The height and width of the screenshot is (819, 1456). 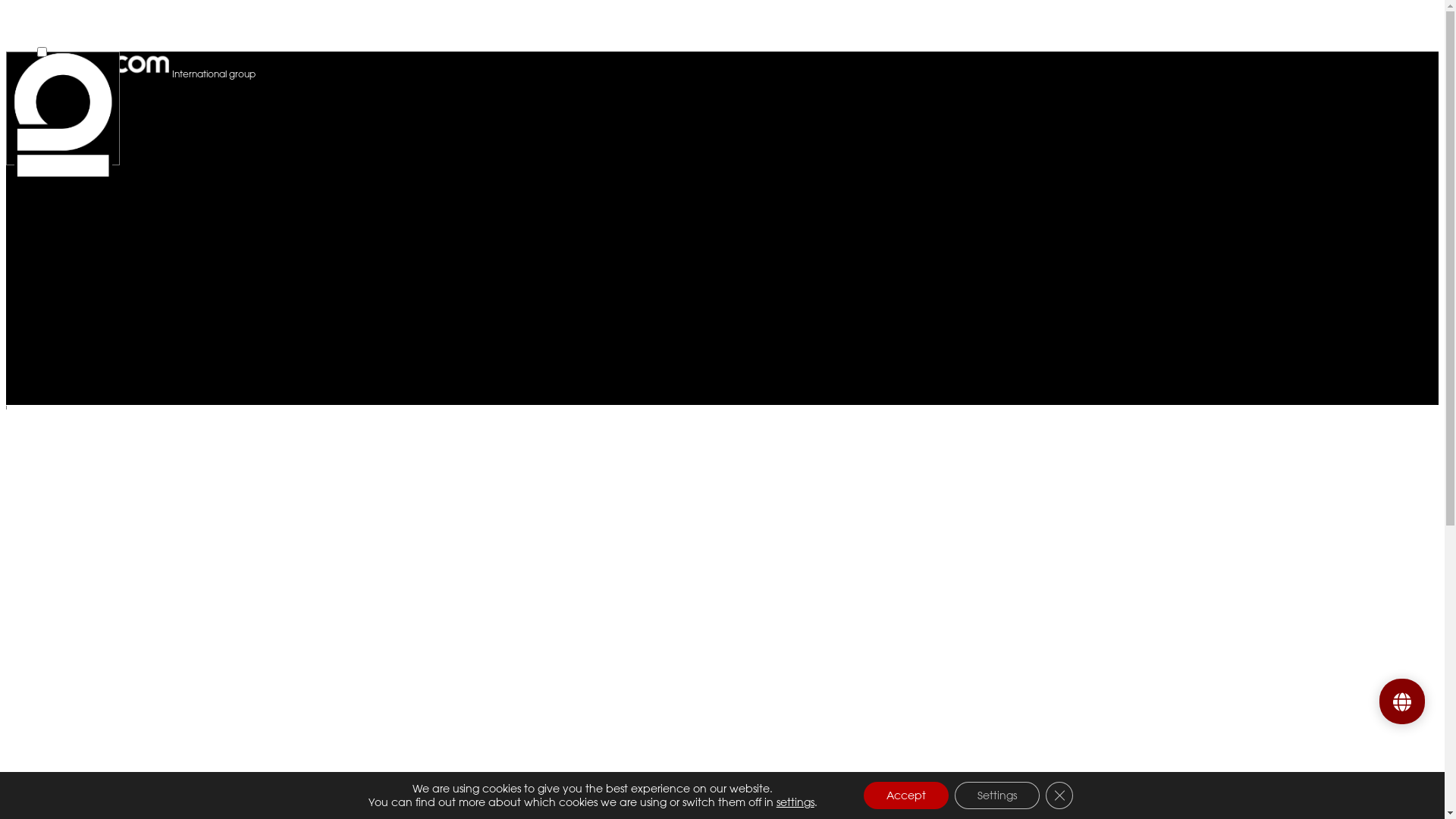 What do you see at coordinates (863, 795) in the screenshot?
I see `'Accept'` at bounding box center [863, 795].